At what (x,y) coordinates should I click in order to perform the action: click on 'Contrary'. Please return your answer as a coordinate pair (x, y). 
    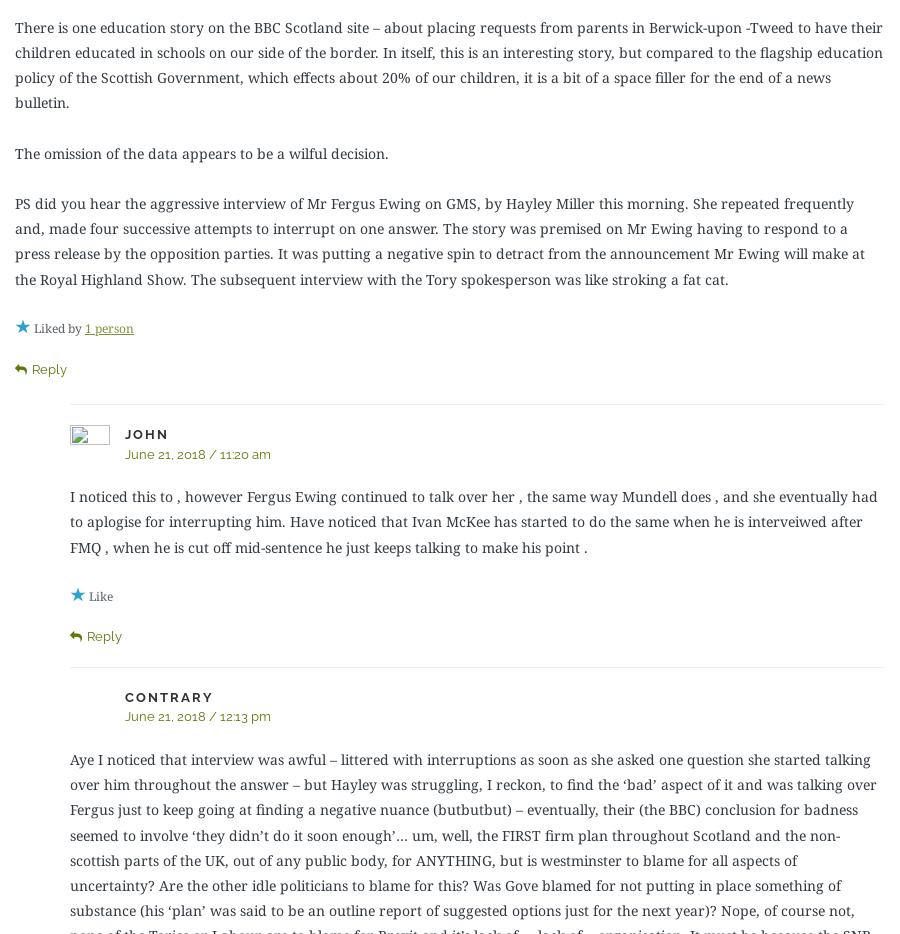
    Looking at the image, I should click on (169, 695).